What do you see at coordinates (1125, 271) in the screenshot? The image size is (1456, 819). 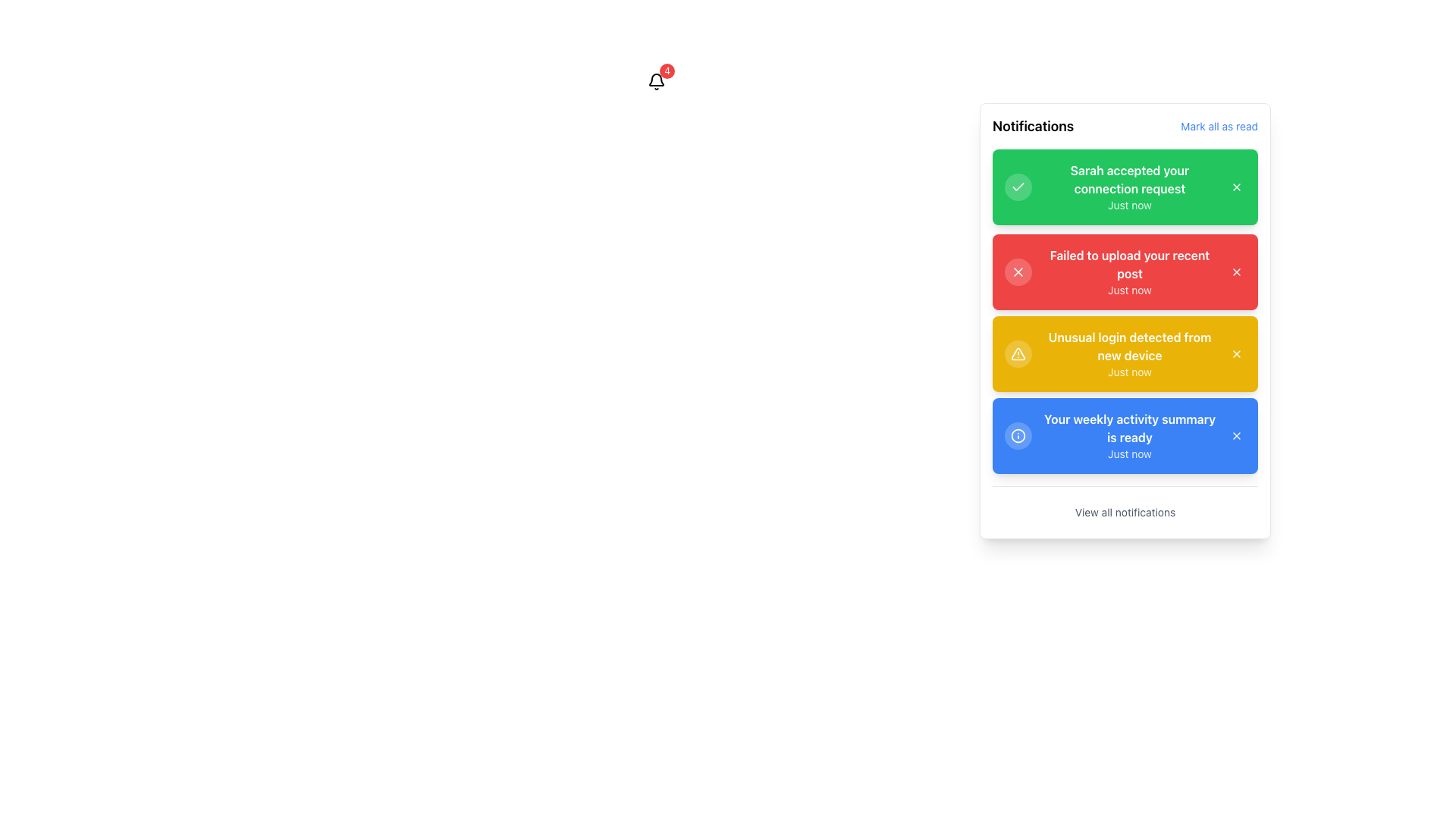 I see `notification text displayed in the interactive notification card that indicates a failed upload of a recent post` at bounding box center [1125, 271].